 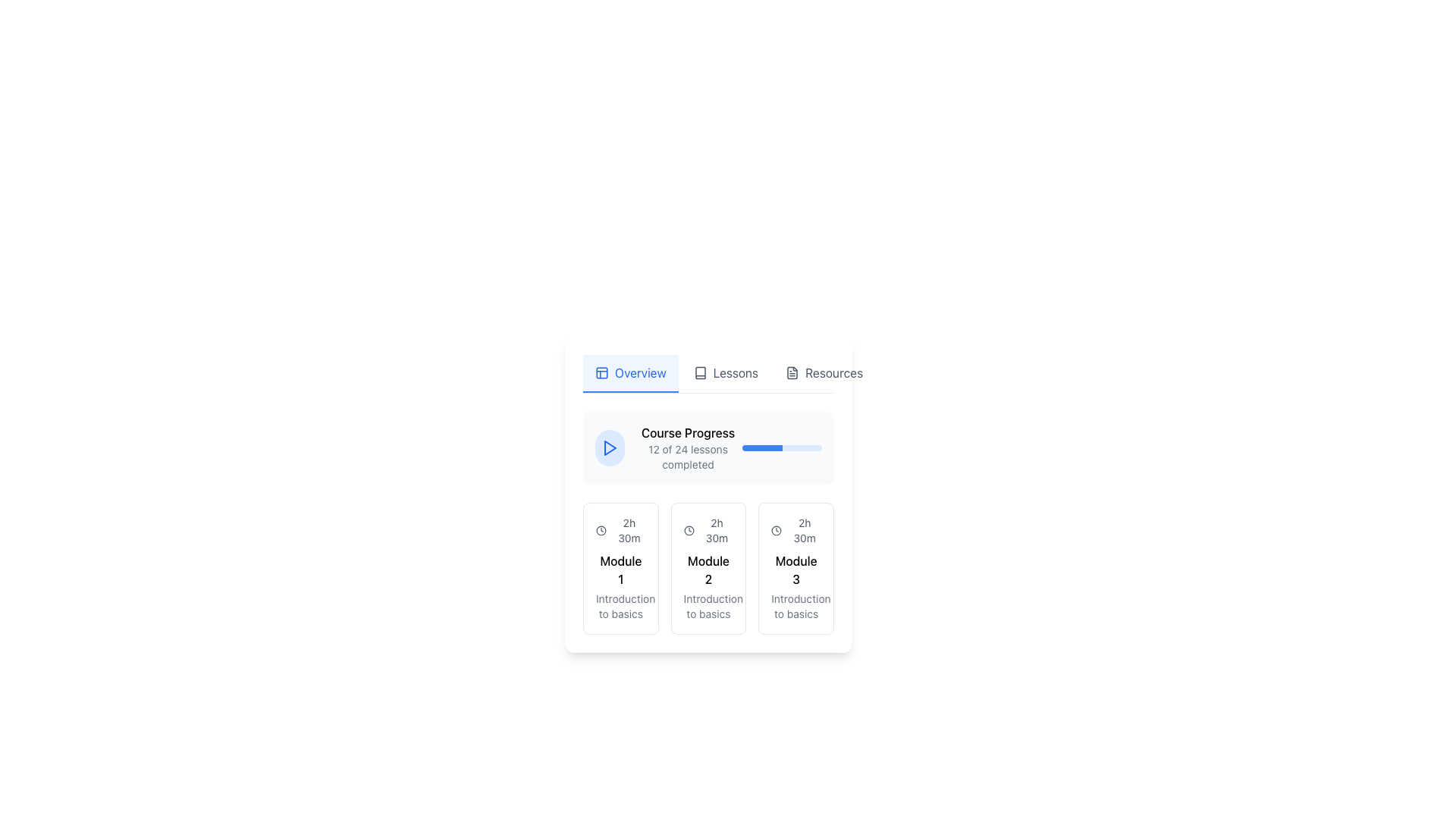 I want to click on the Text Label that displays the estimated duration of Module 1, located under the 'Module 1' section and adjacent to the clock icon, so click(x=629, y=529).